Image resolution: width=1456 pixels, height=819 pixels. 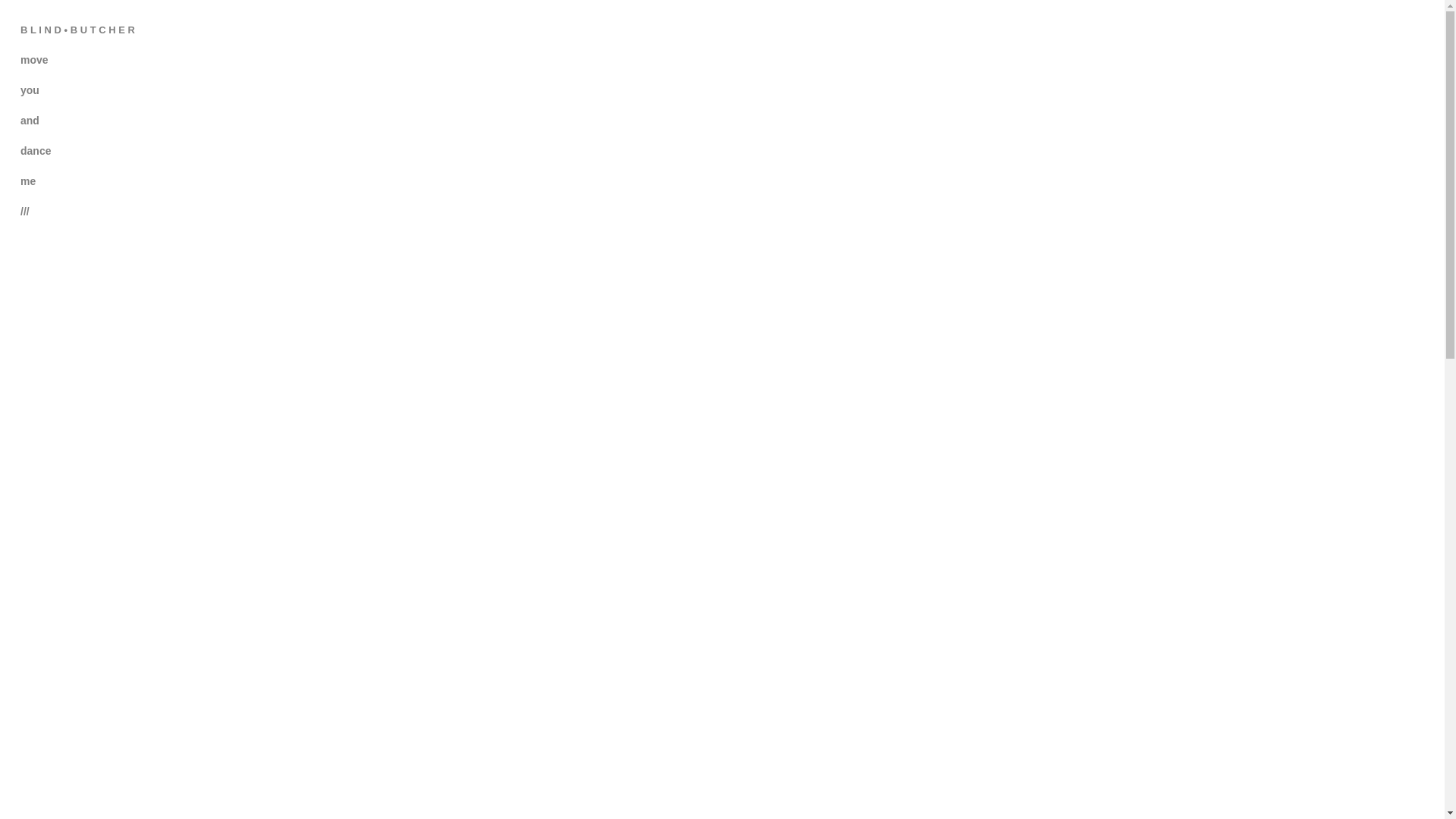 I want to click on 'dance', so click(x=36, y=151).